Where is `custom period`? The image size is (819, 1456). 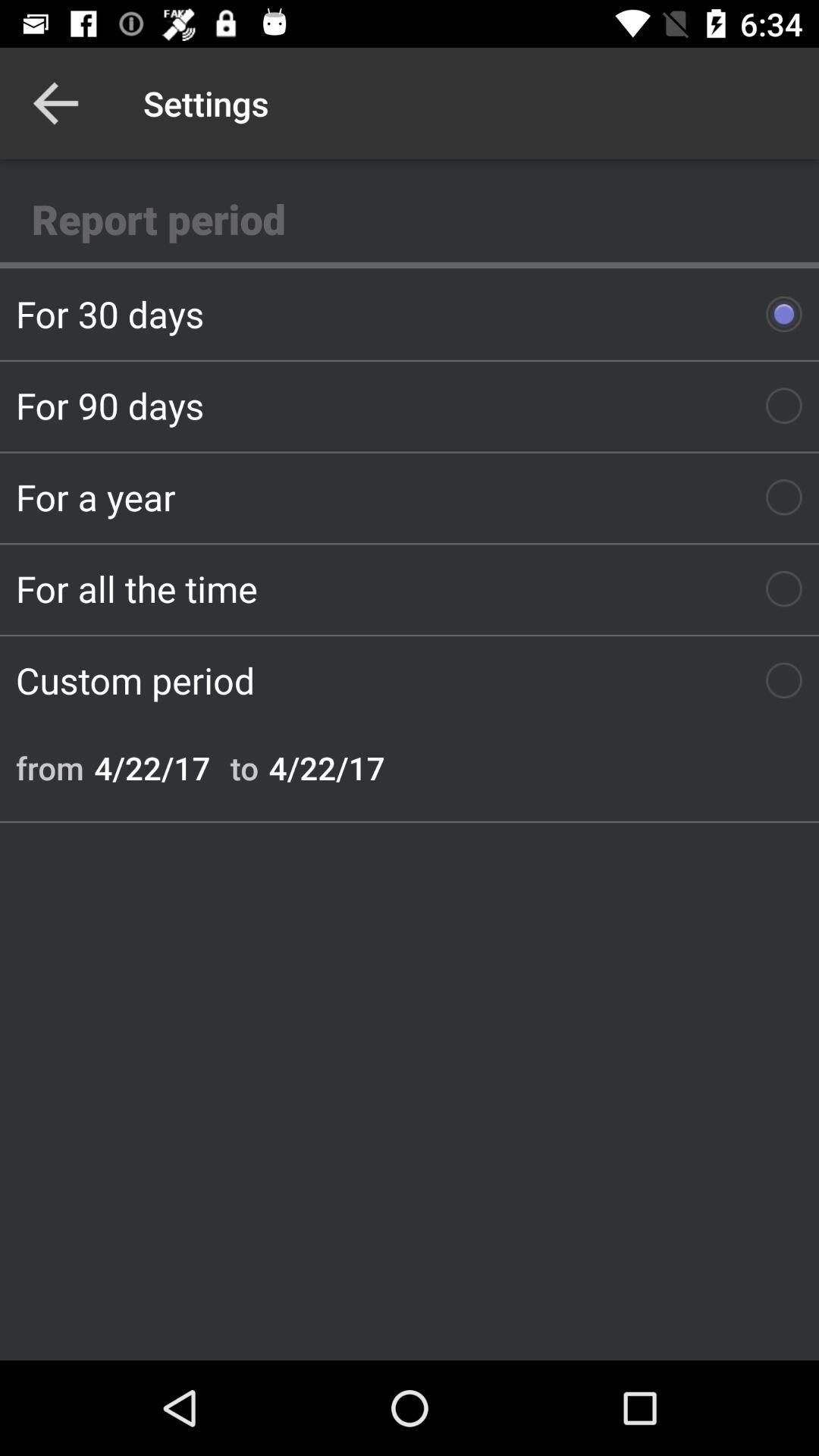
custom period is located at coordinates (409, 679).